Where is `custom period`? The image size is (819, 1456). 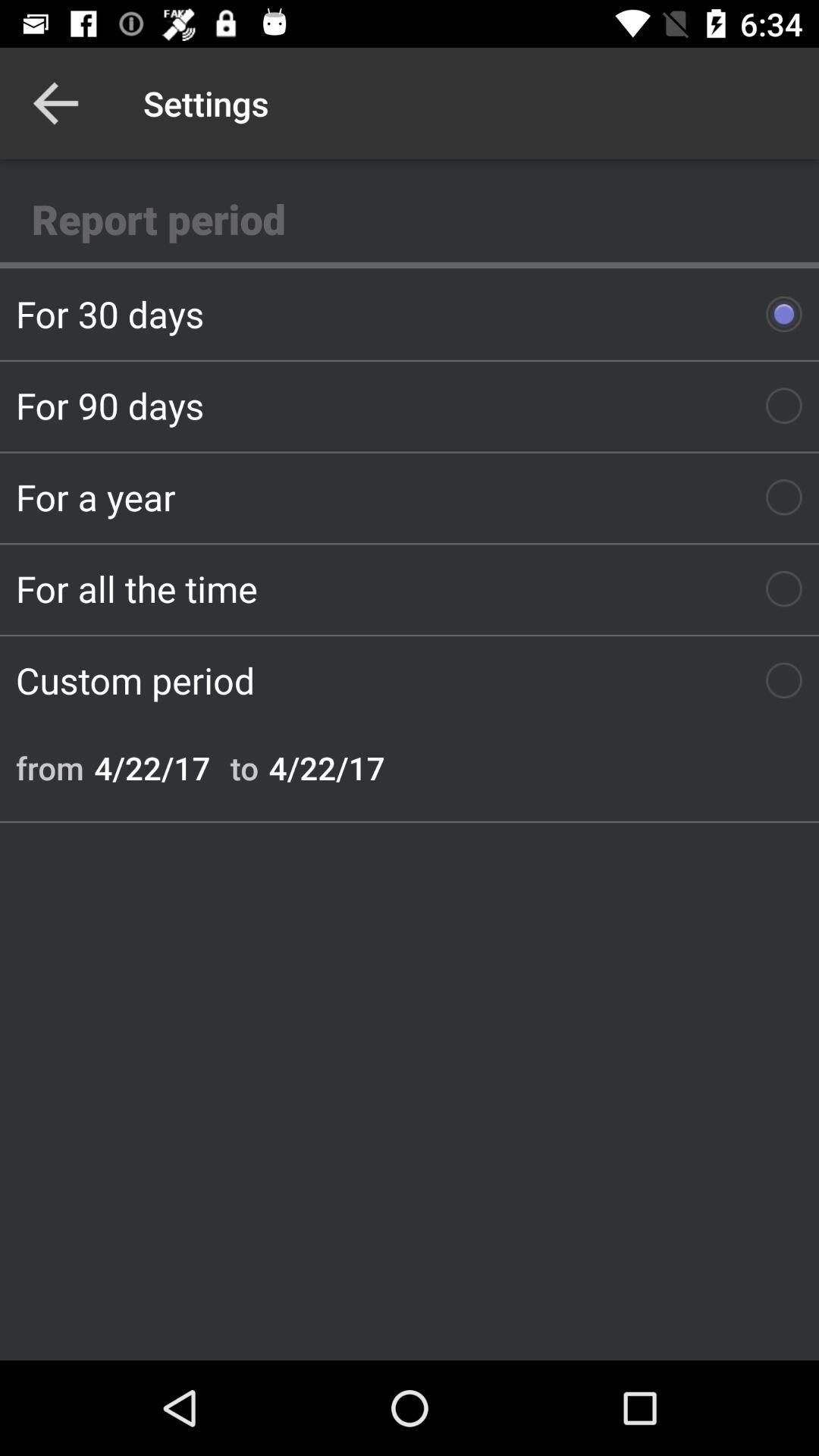
custom period is located at coordinates (409, 679).